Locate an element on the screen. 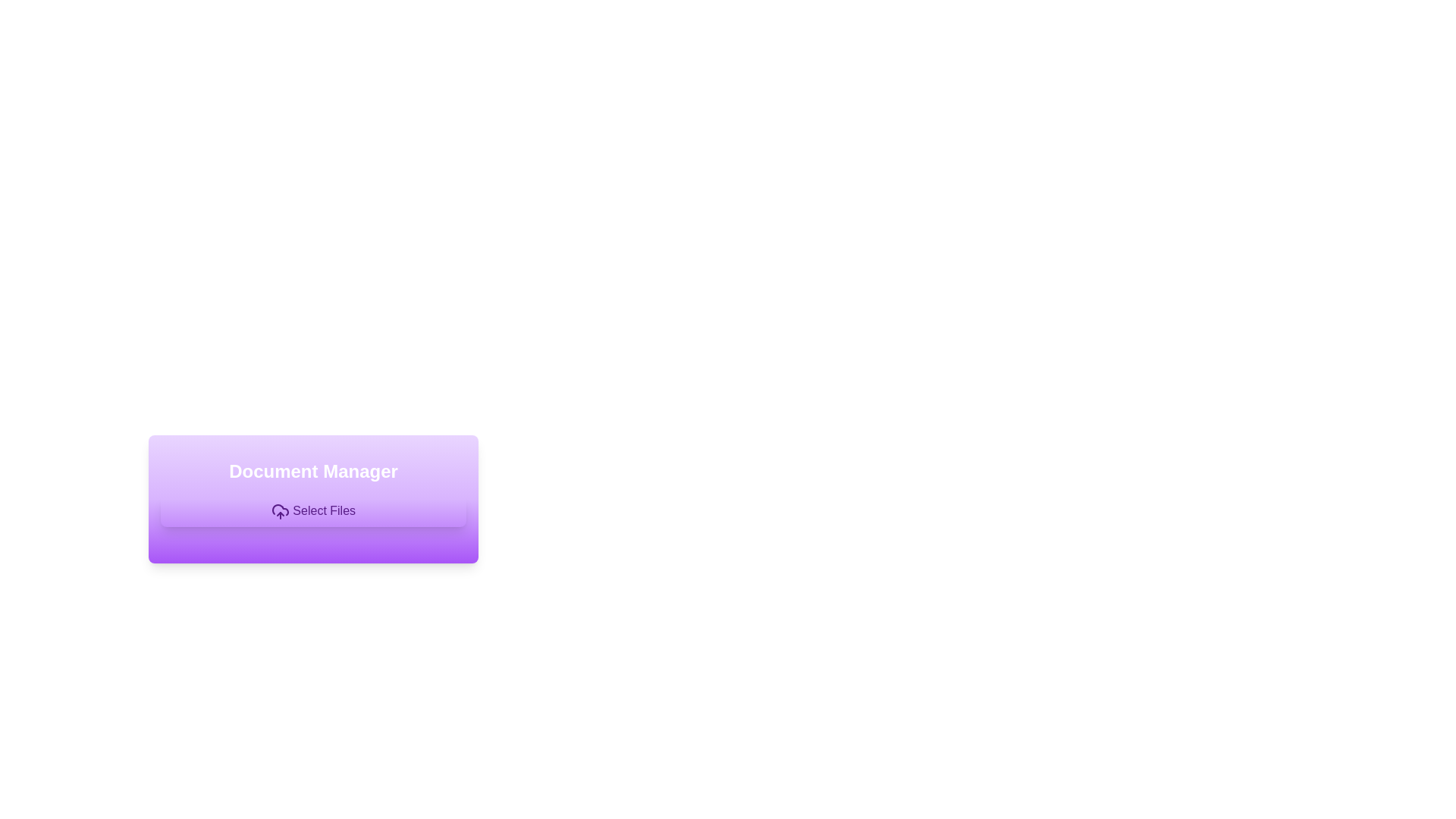 This screenshot has width=1456, height=819. the 'Select Files' button within the document management card located in the centered modal window to initiate file selection is located at coordinates (312, 499).